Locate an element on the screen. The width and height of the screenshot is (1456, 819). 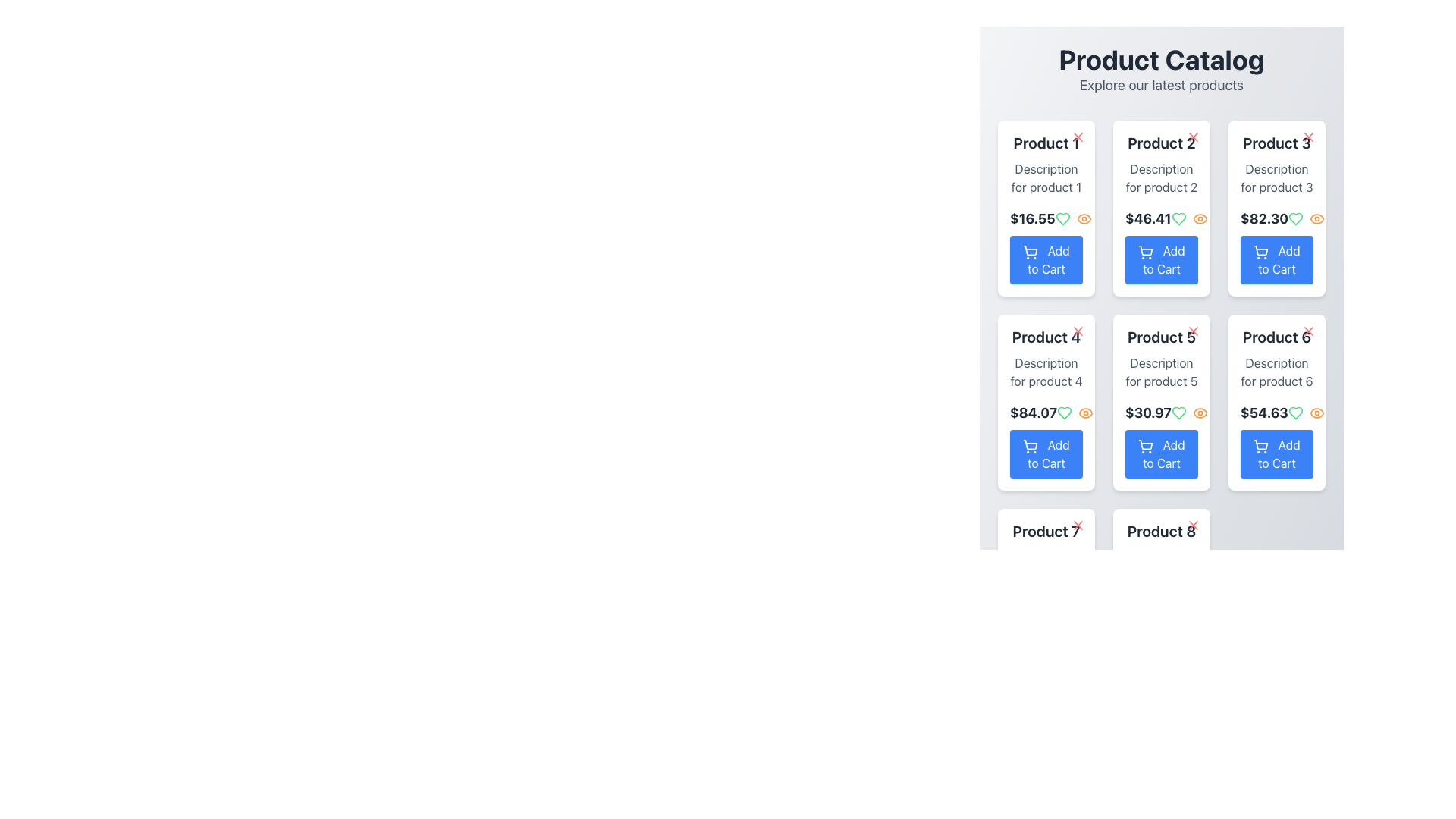
the bolded price label displaying '$54.63' located on the sixth product card in the product catalog is located at coordinates (1276, 413).